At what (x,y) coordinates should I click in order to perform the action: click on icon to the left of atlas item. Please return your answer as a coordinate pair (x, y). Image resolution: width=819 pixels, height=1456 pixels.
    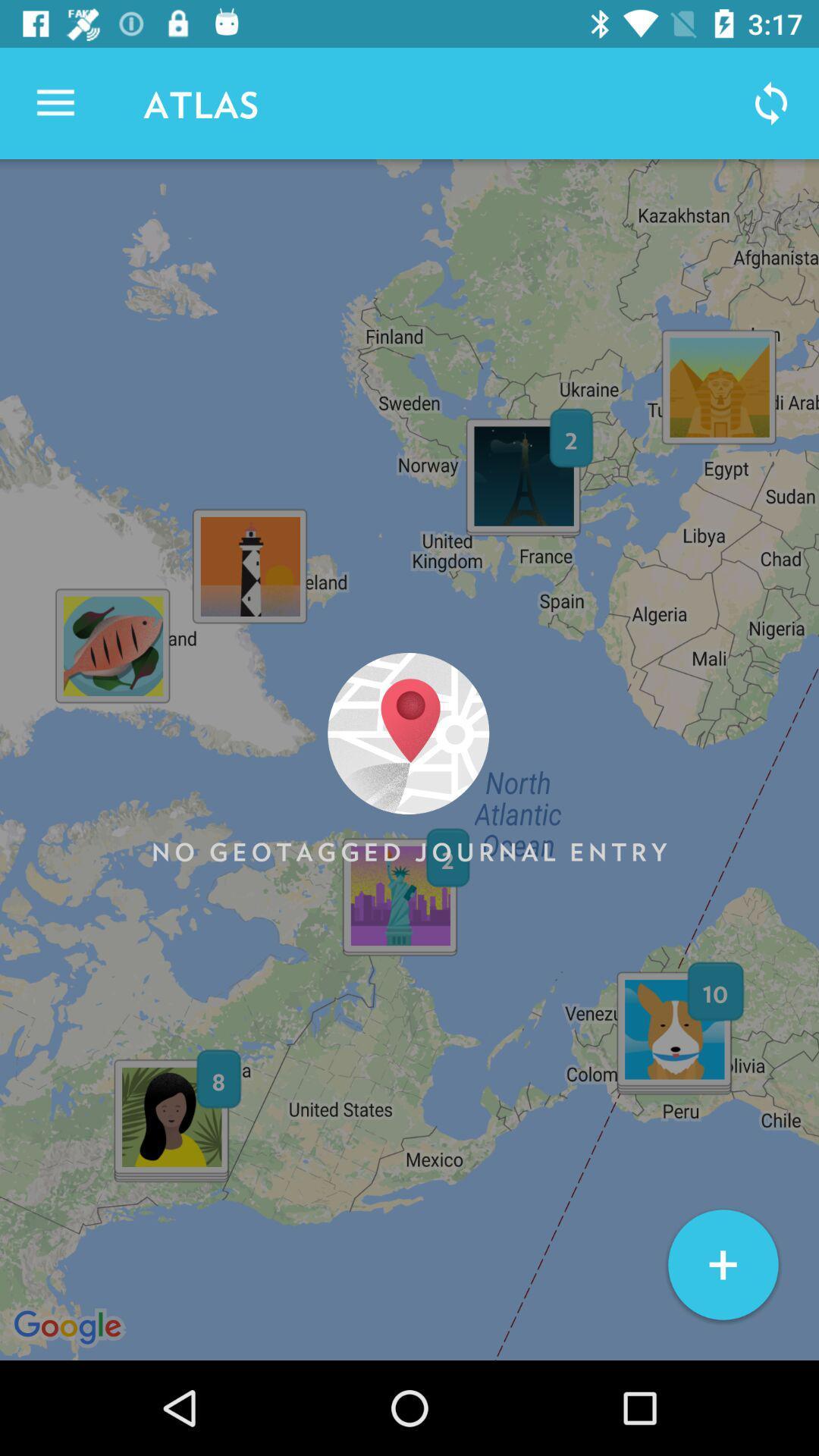
    Looking at the image, I should click on (55, 102).